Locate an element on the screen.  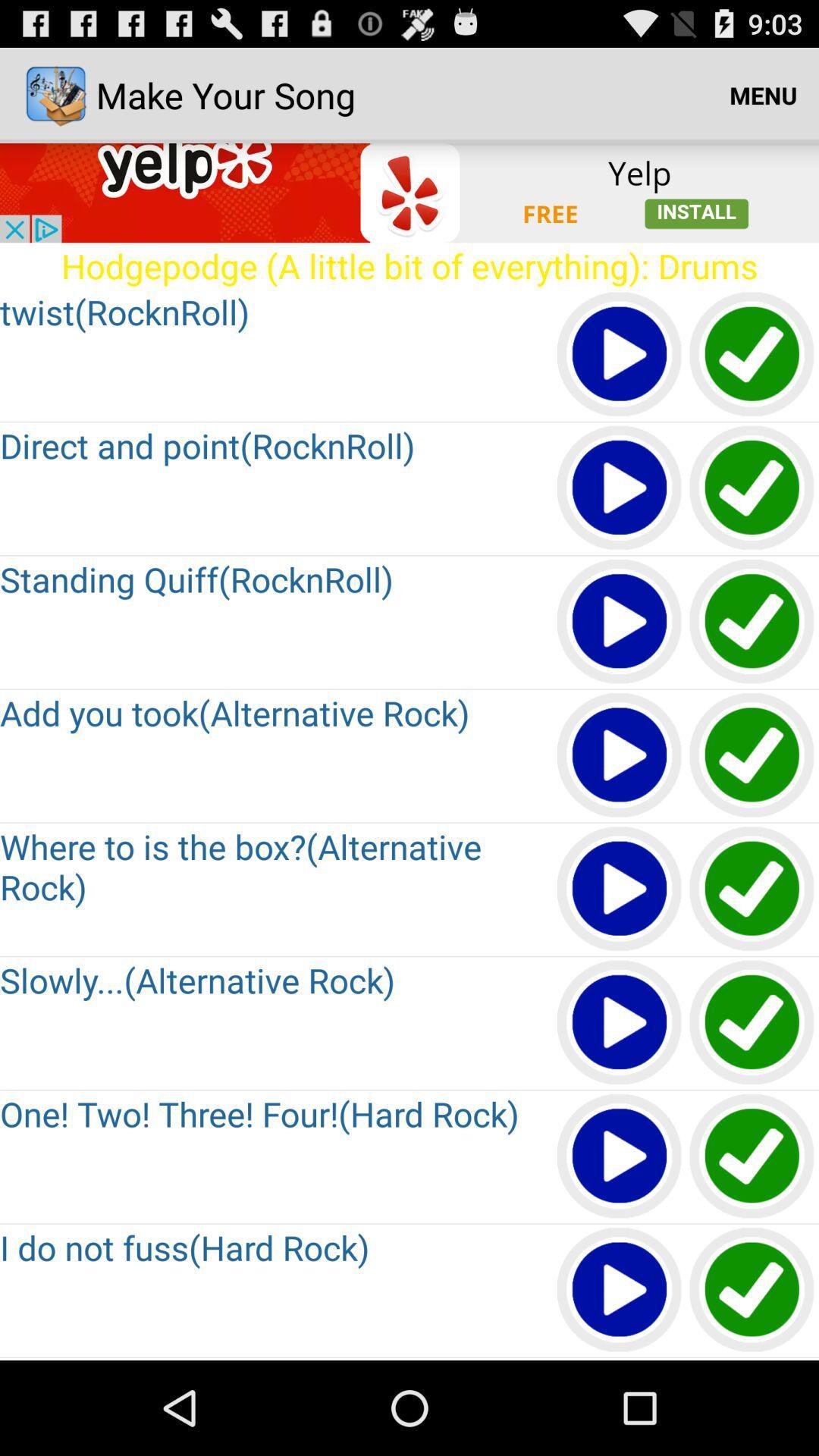
install song is located at coordinates (752, 1023).